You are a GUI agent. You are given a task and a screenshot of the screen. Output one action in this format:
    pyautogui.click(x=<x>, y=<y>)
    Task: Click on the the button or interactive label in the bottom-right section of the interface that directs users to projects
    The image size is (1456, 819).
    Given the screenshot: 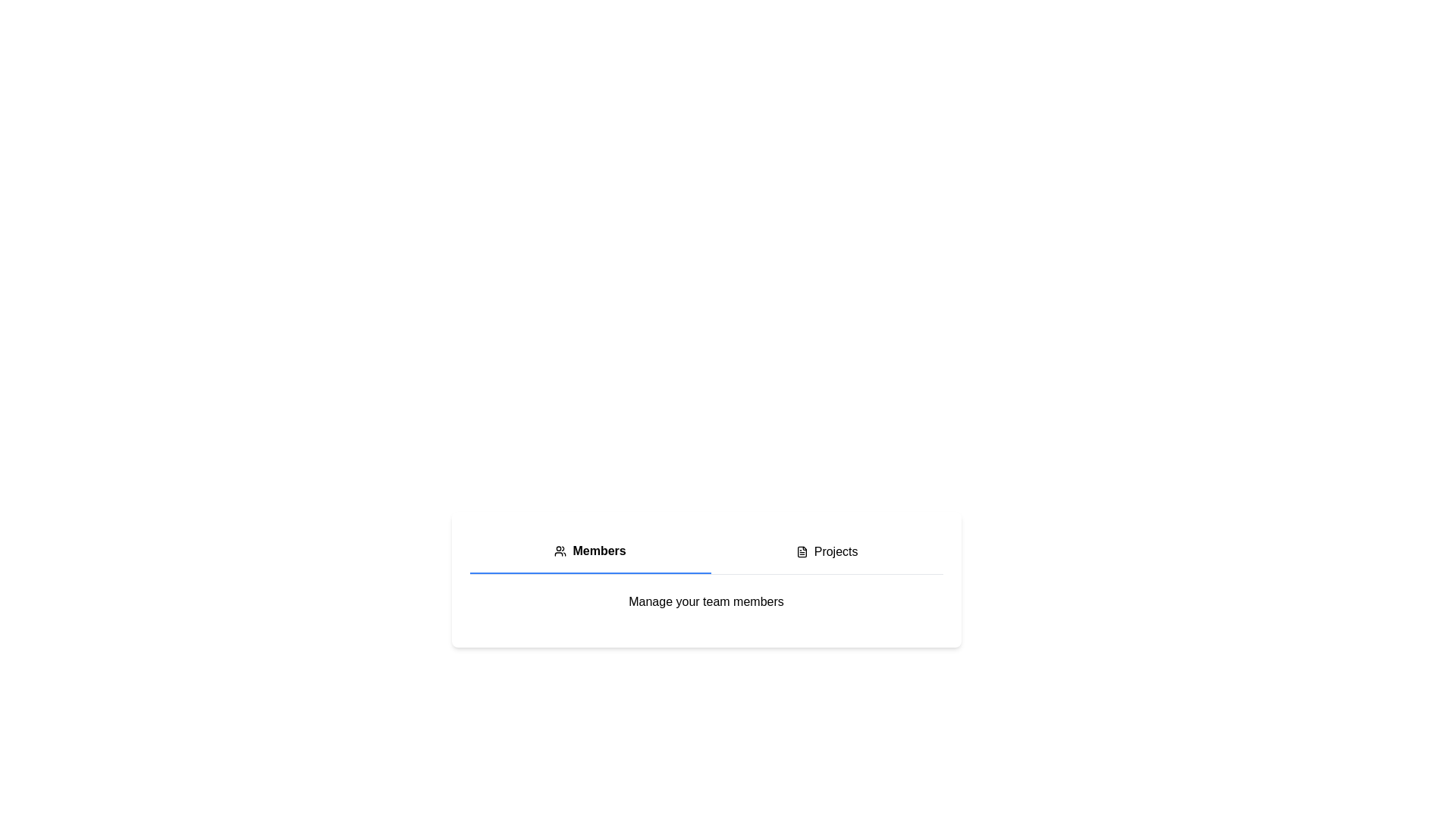 What is the action you would take?
    pyautogui.click(x=826, y=552)
    